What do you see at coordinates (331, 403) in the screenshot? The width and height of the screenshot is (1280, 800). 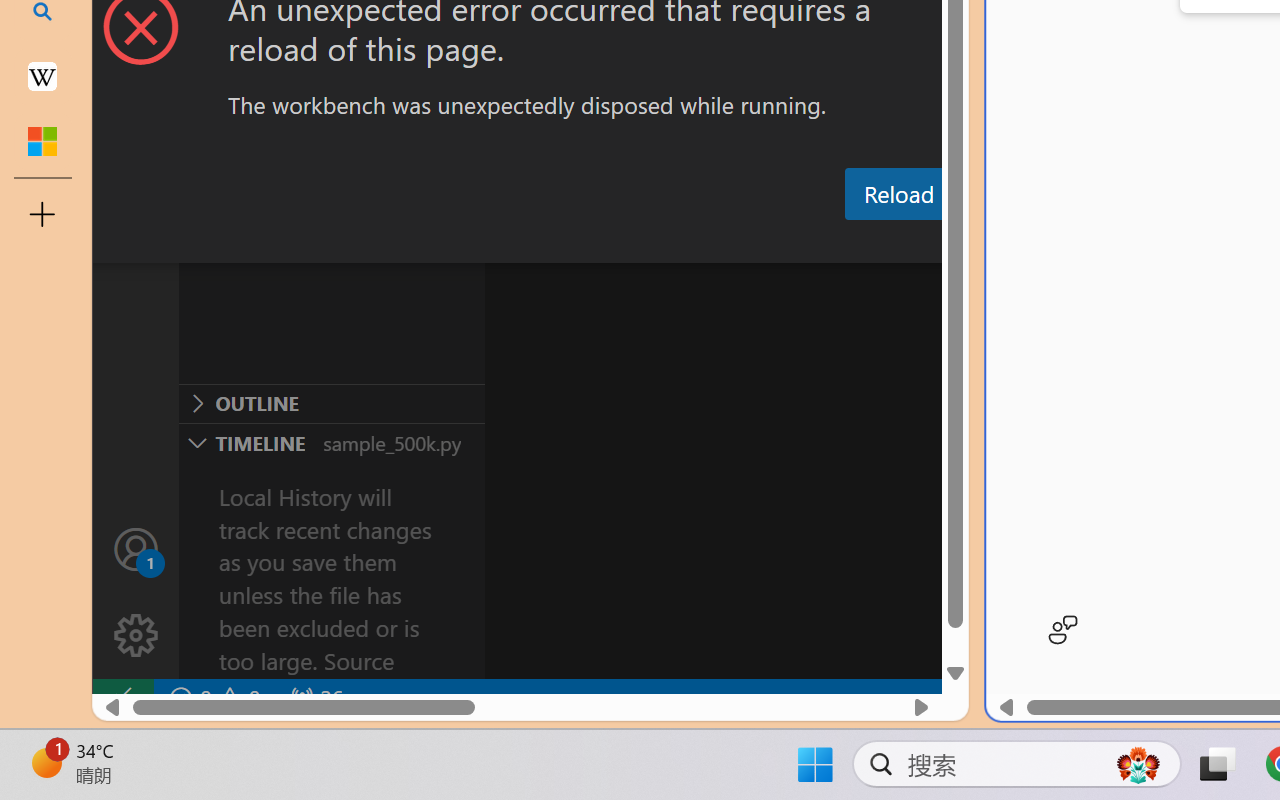 I see `'Outline Section'` at bounding box center [331, 403].